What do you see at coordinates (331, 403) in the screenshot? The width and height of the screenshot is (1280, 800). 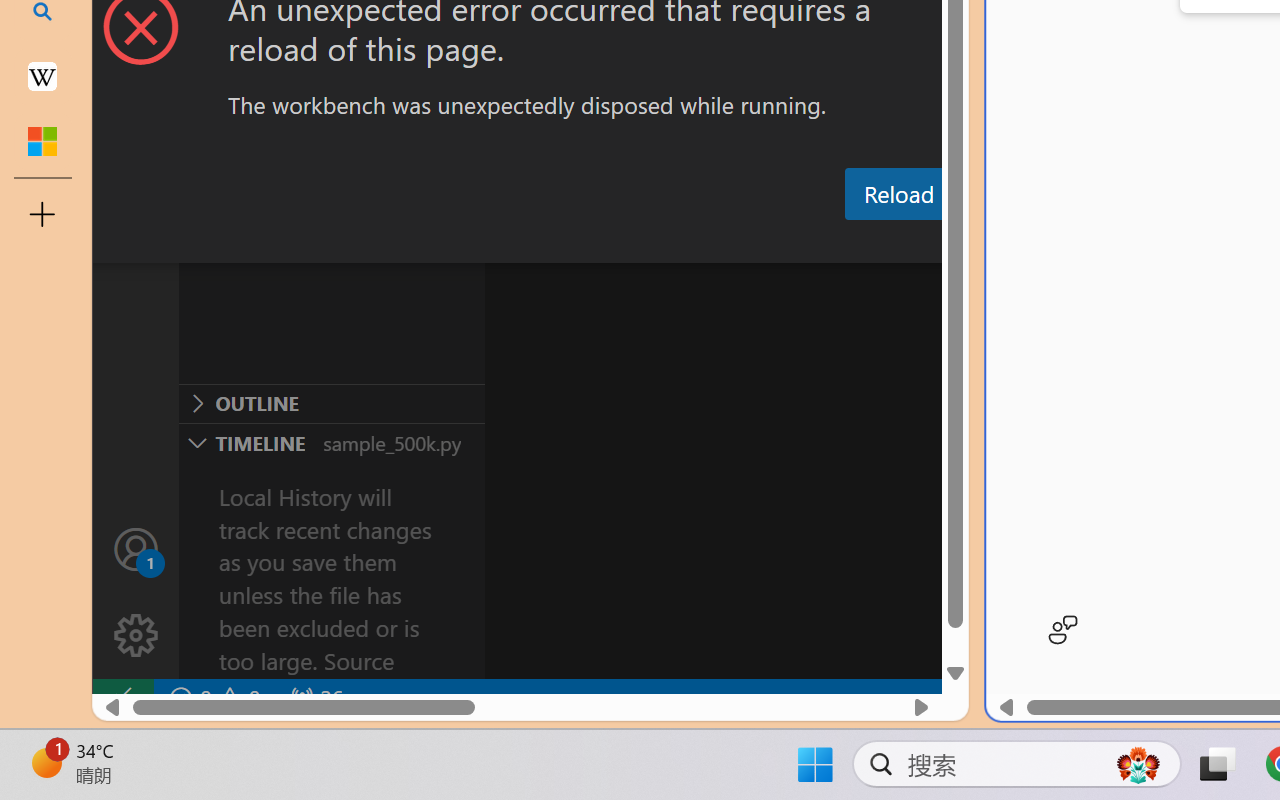 I see `'Outline Section'` at bounding box center [331, 403].